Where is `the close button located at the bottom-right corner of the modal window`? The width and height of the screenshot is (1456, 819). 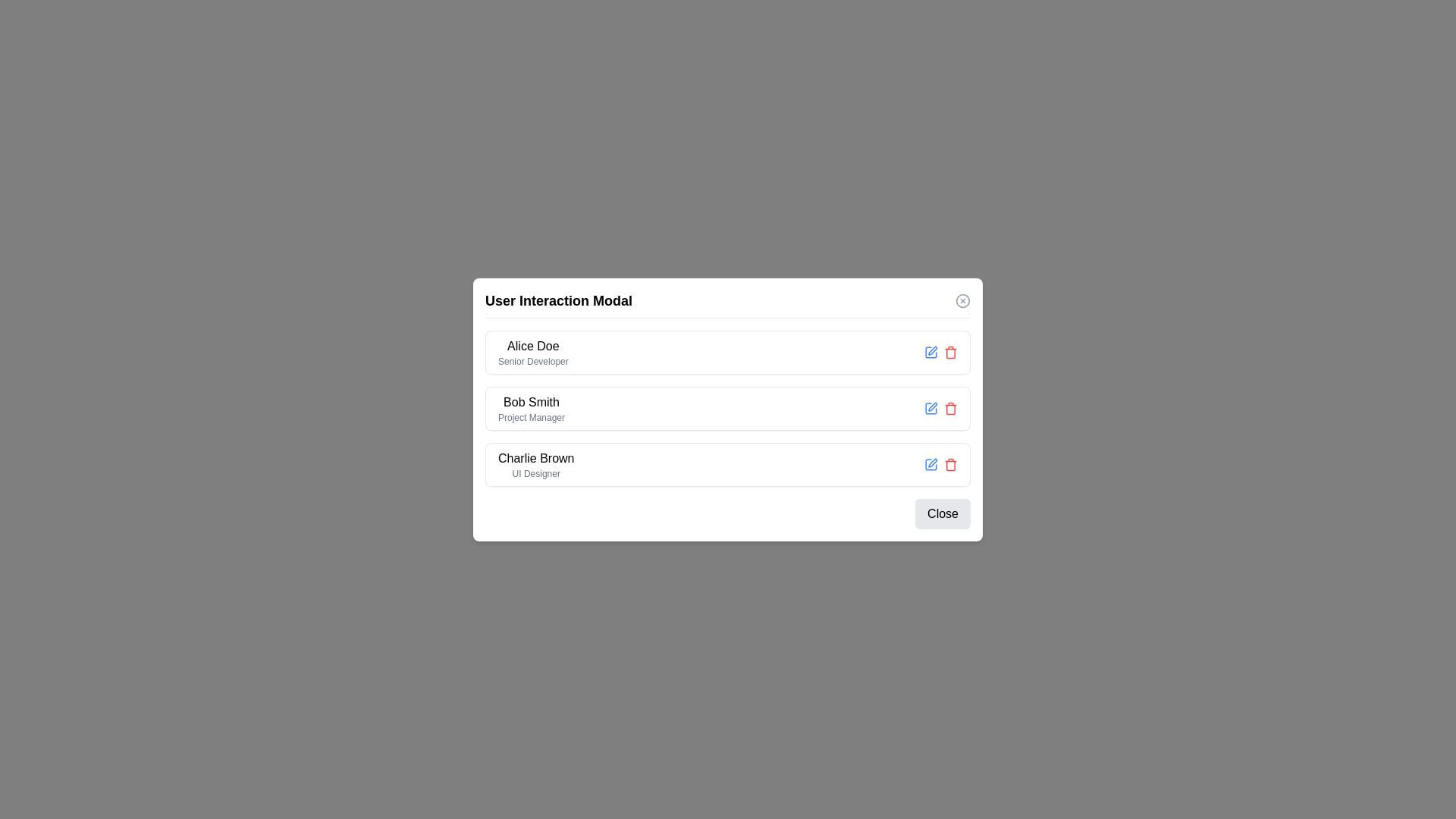 the close button located at the bottom-right corner of the modal window is located at coordinates (728, 513).